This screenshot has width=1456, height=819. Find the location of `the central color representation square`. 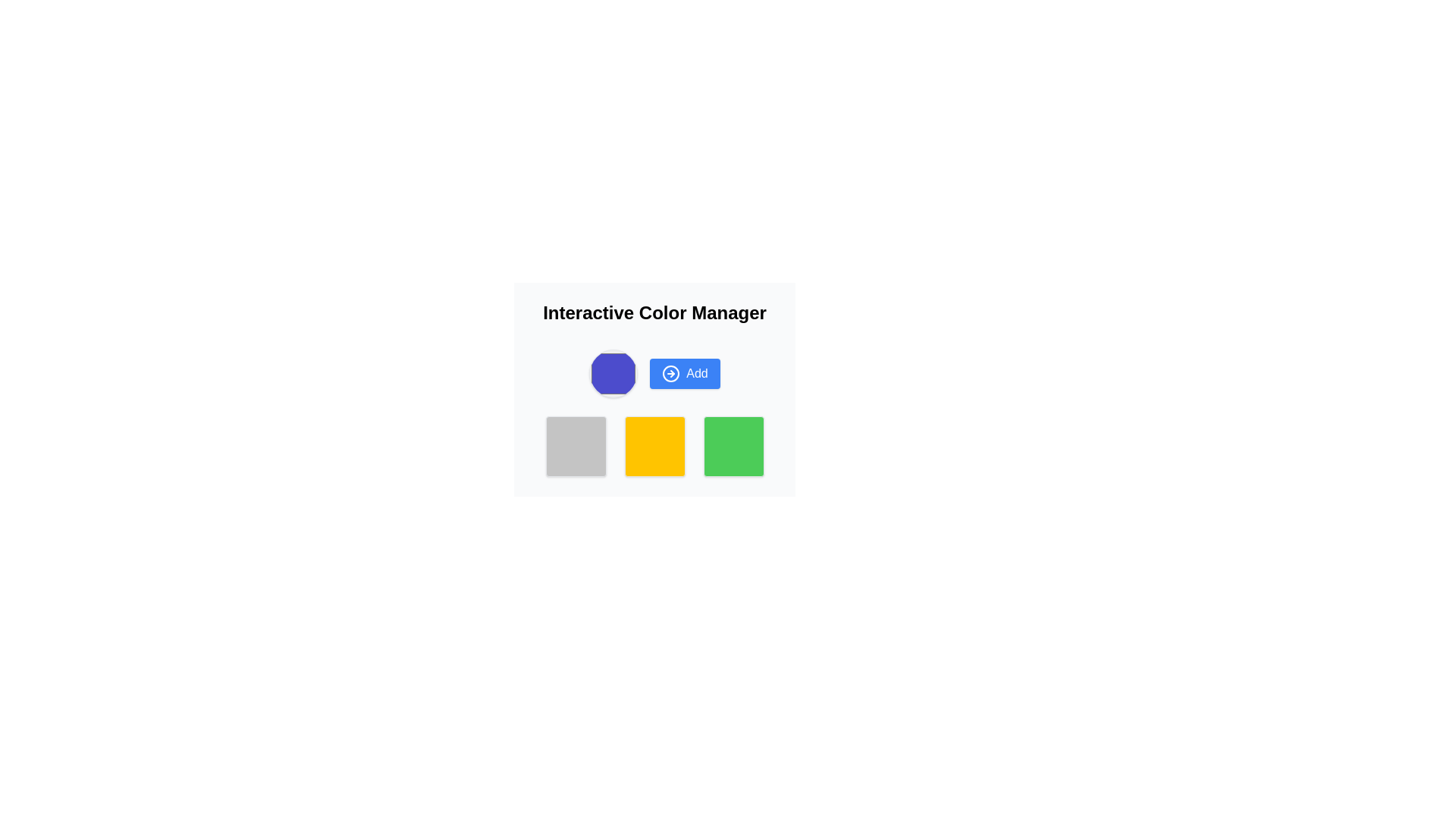

the central color representation square is located at coordinates (654, 446).